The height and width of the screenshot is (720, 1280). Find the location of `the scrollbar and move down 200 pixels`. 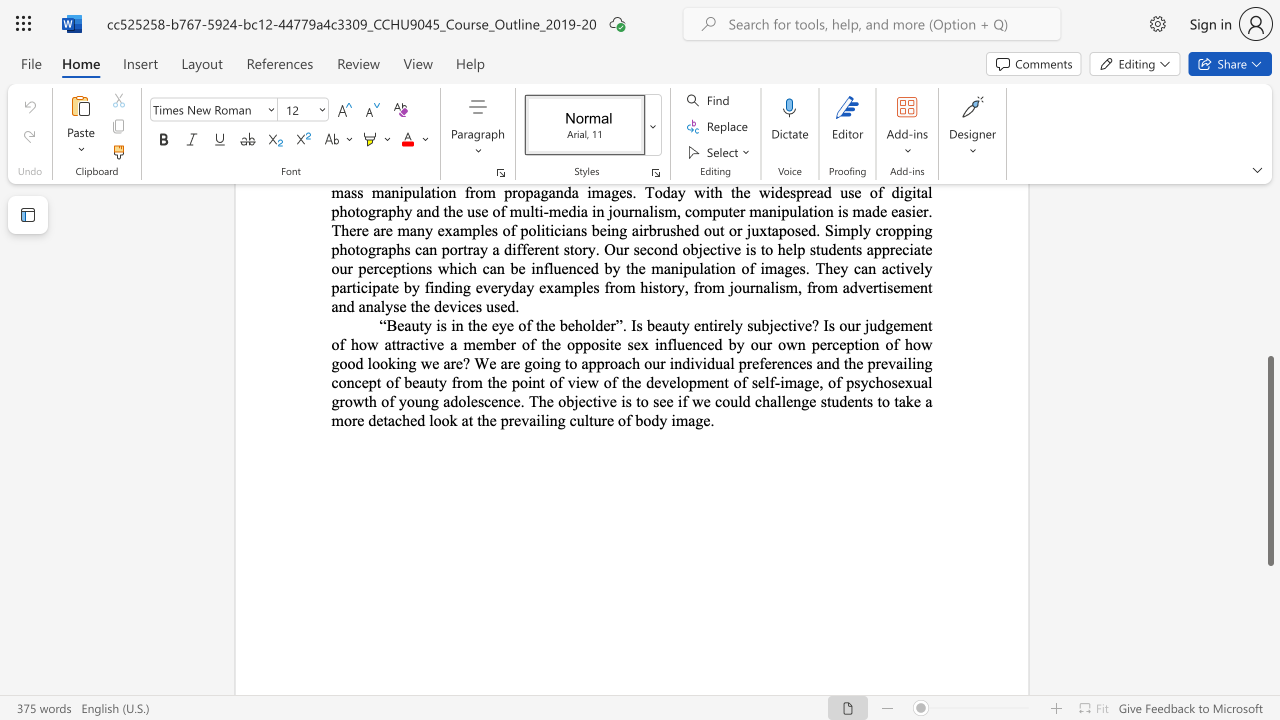

the scrollbar and move down 200 pixels is located at coordinates (1269, 461).